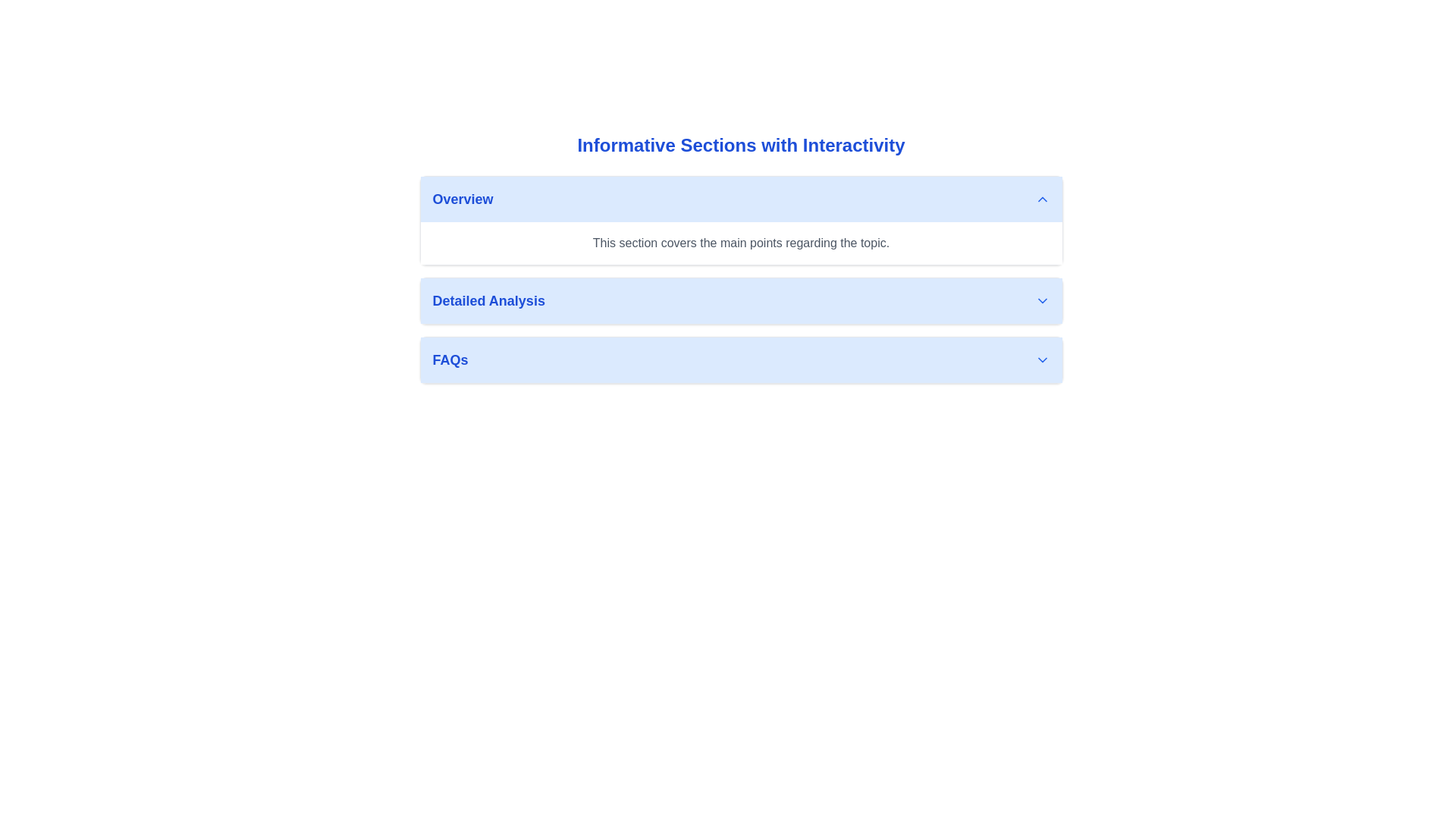 This screenshot has height=819, width=1456. Describe the element at coordinates (741, 263) in the screenshot. I see `the collapsible section titled 'Informative Sections with Interactivity'` at that location.